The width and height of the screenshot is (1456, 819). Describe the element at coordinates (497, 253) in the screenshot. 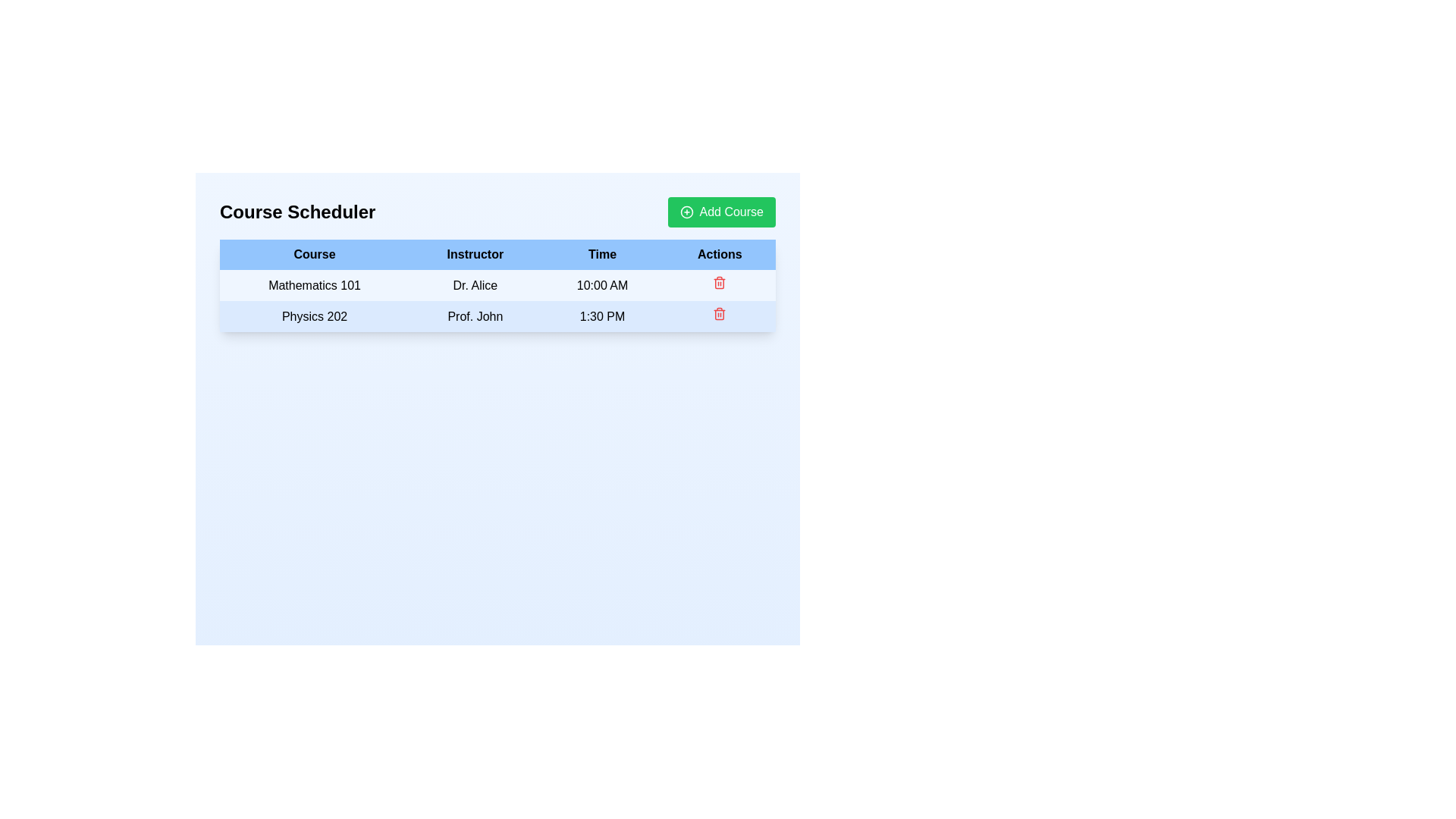

I see `the Table Header element that labels the columns for the course schedule (Course, Instructor, Time, Actions) located at the top of the table in the main content area` at that location.